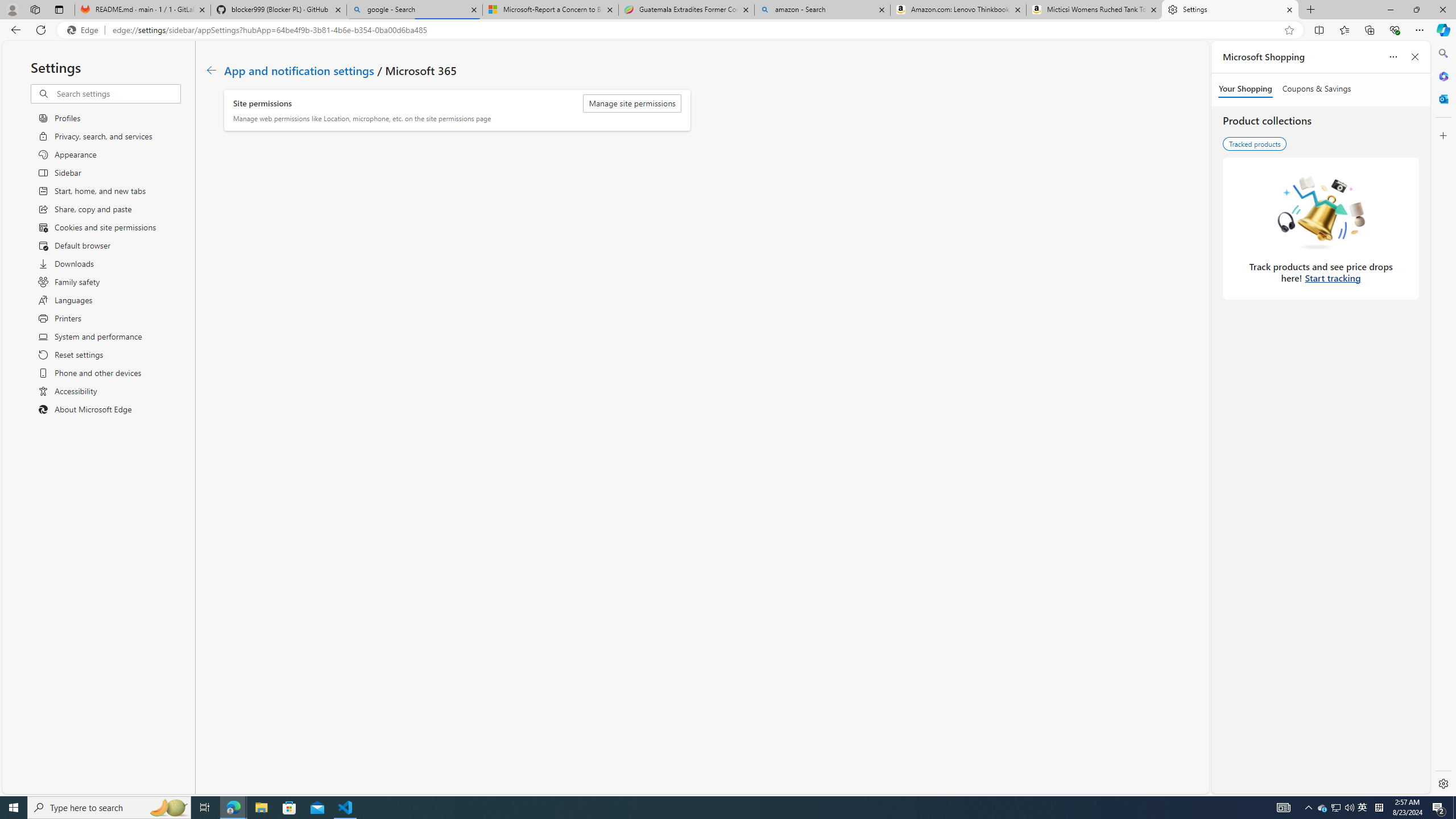 Image resolution: width=1456 pixels, height=819 pixels. Describe the element at coordinates (84, 30) in the screenshot. I see `'Edge'` at that location.